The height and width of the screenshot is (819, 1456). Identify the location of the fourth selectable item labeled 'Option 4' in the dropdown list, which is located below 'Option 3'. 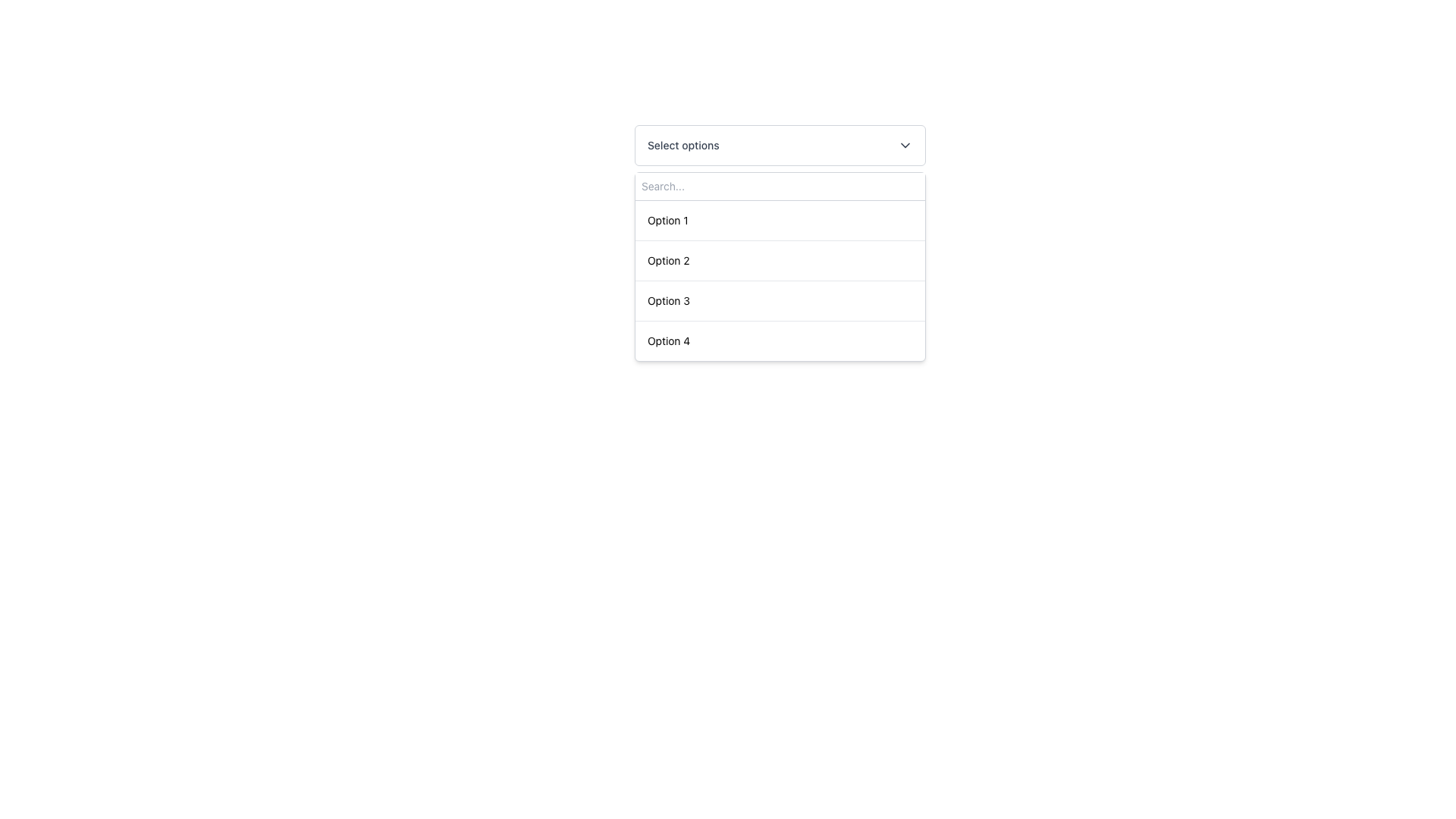
(668, 341).